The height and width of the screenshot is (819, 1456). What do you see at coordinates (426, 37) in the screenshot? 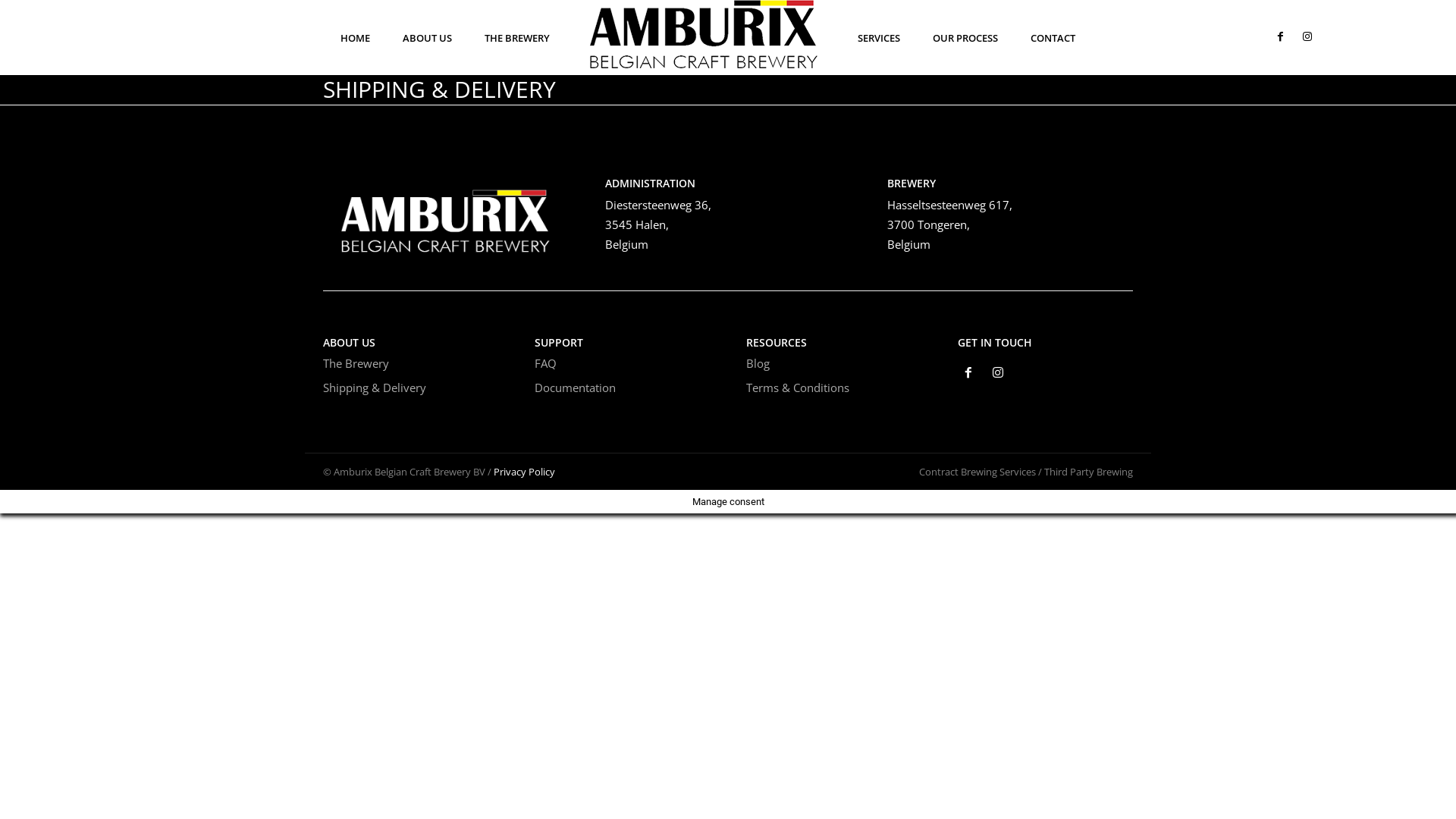
I see `'ABOUT US'` at bounding box center [426, 37].